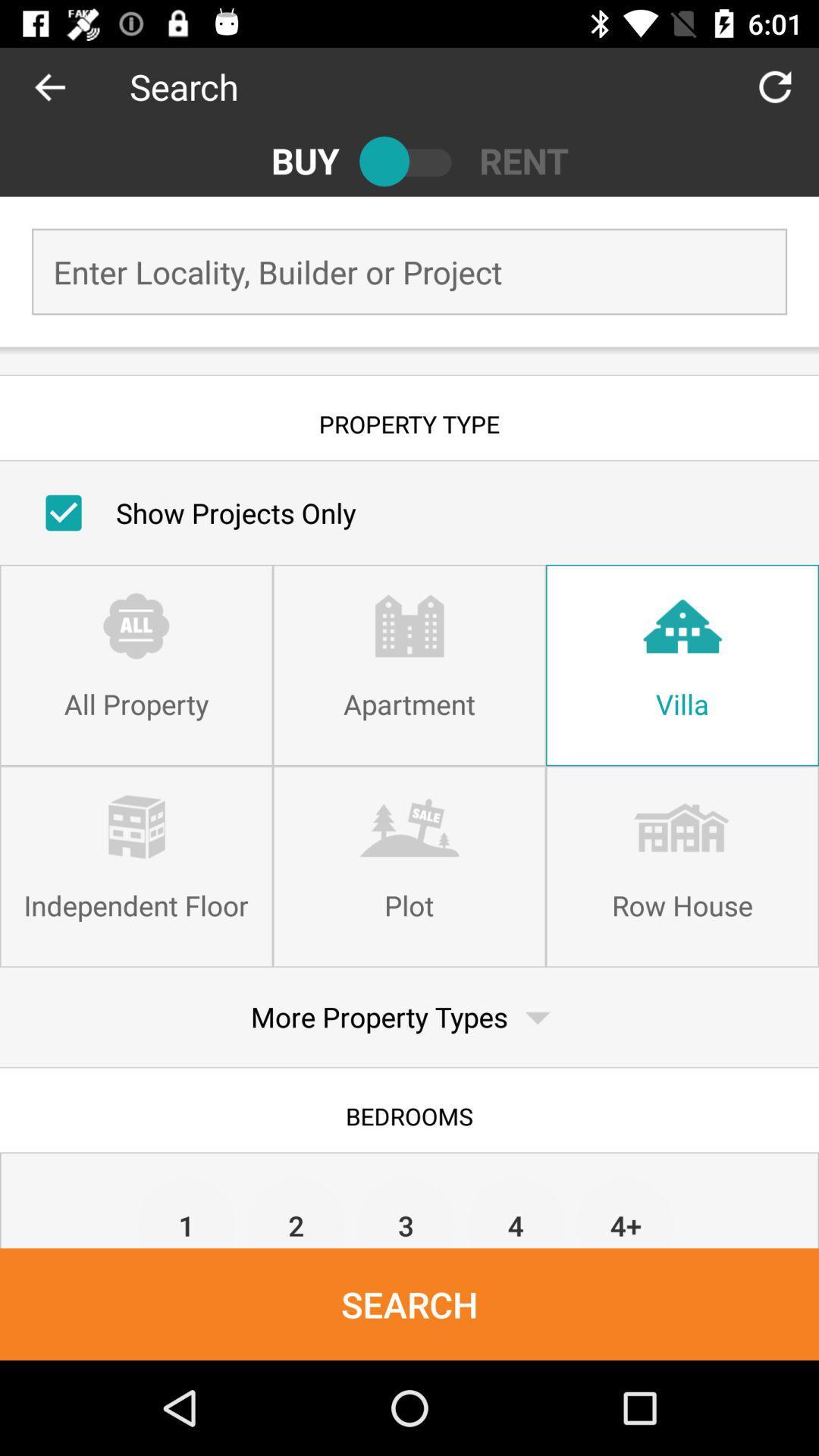 The image size is (819, 1456). I want to click on the 3, so click(405, 1211).